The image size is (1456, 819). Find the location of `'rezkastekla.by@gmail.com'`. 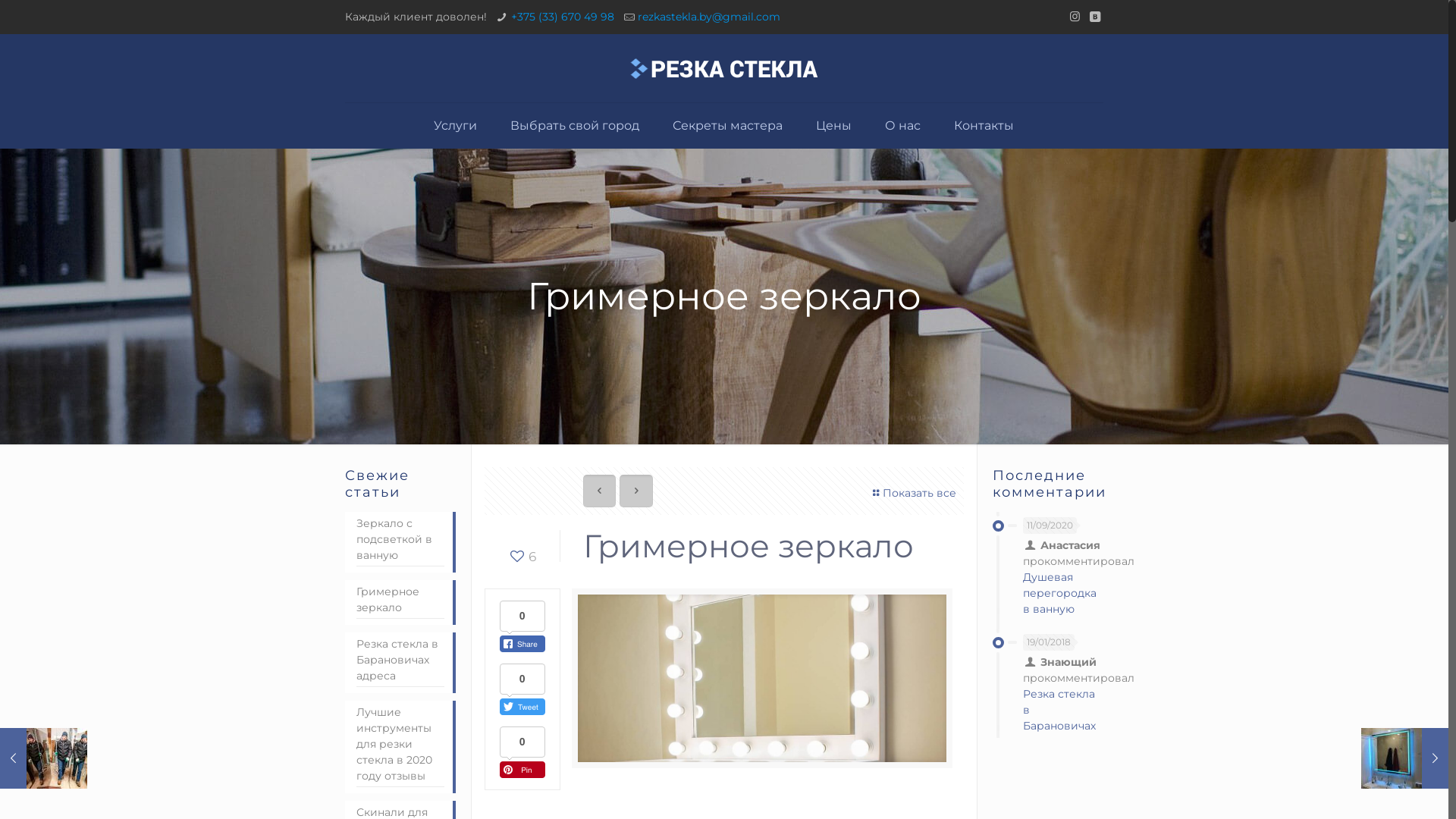

'rezkastekla.by@gmail.com' is located at coordinates (708, 17).